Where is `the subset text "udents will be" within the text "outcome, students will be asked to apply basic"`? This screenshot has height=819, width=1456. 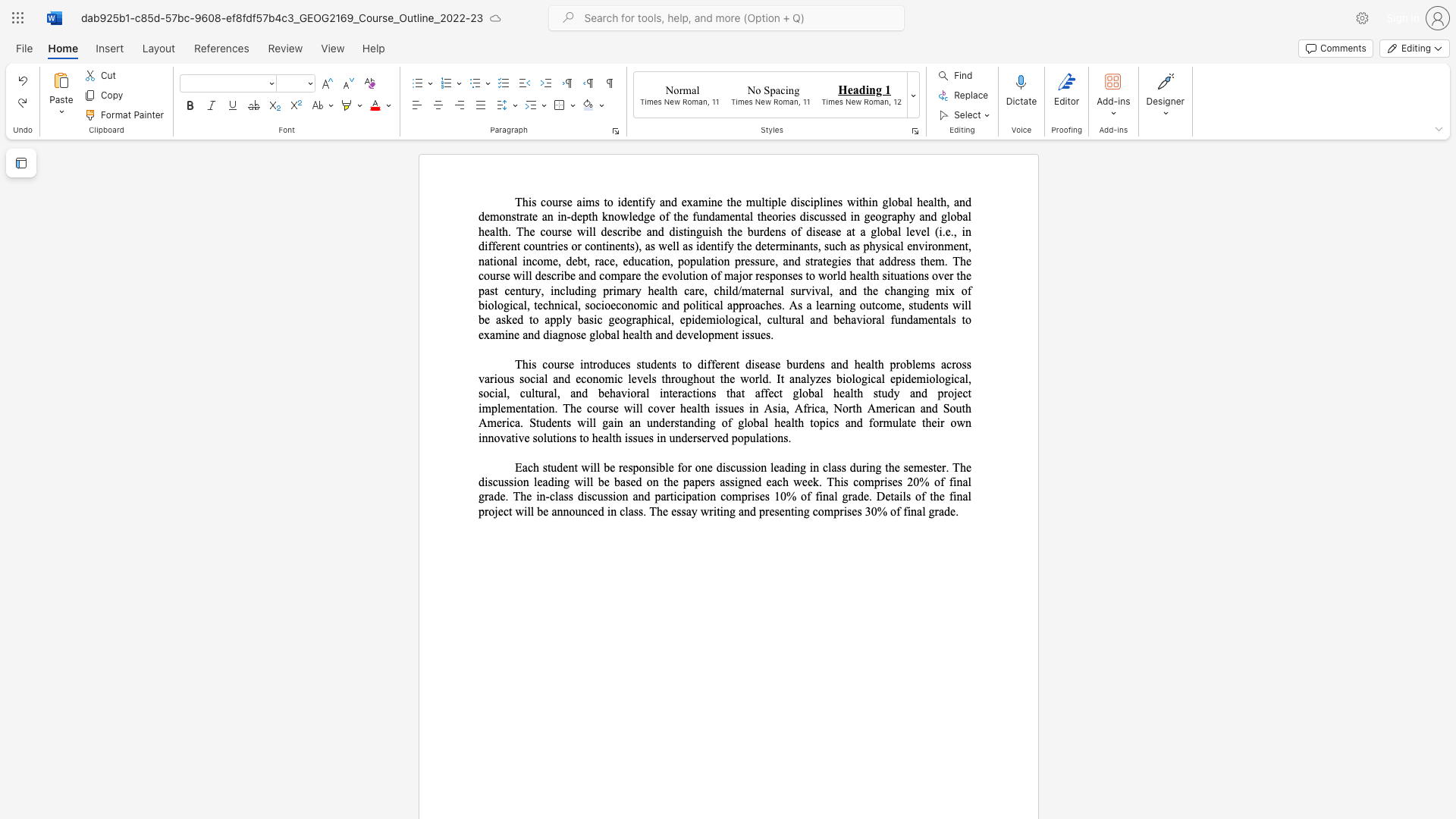 the subset text "udents will be" within the text "outcome, students will be asked to apply basic" is located at coordinates (916, 305).